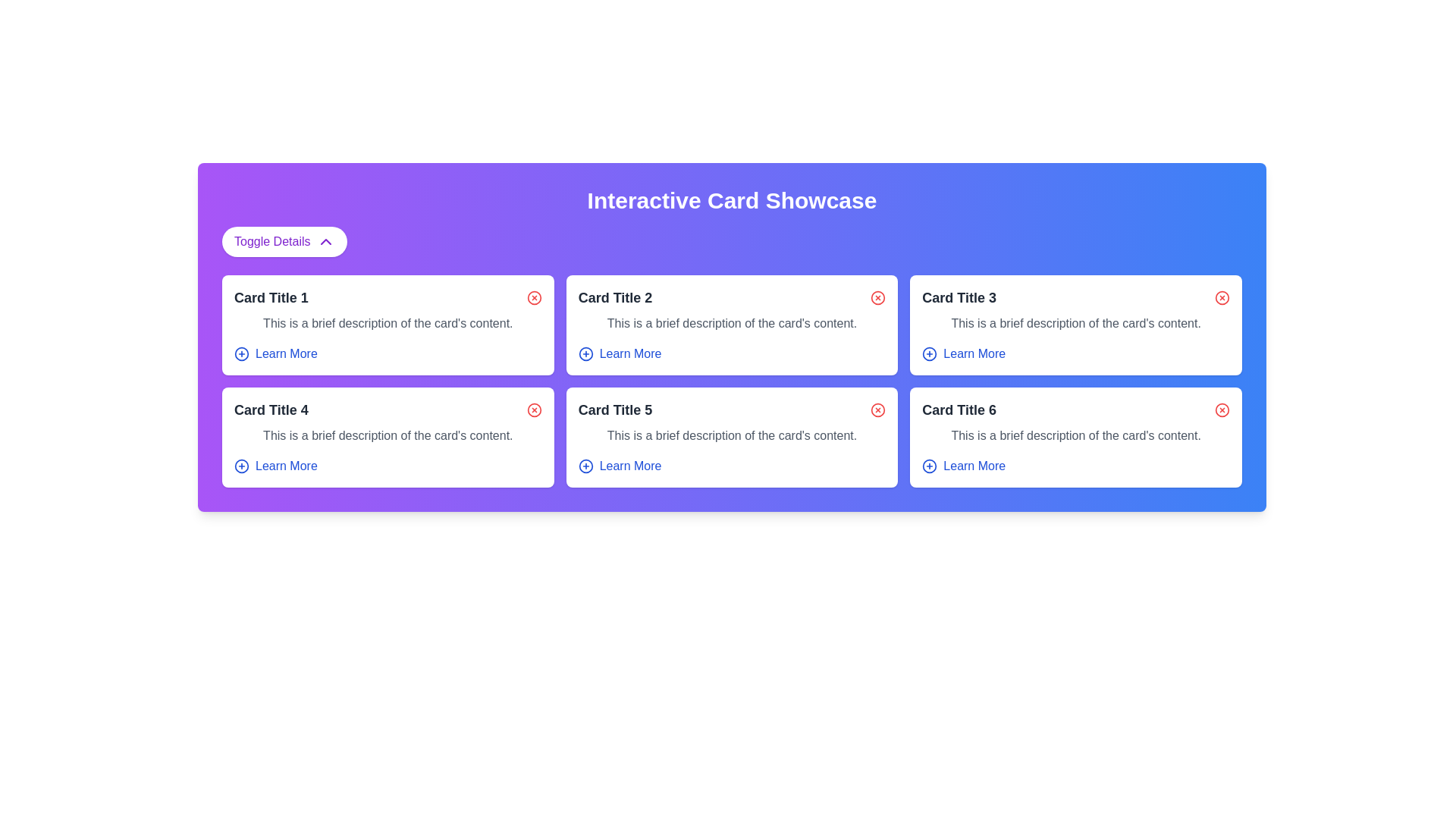  Describe the element at coordinates (1222, 298) in the screenshot. I see `the circular icon with a red stroke located in the top-right corner of the third card in the grid layout, adjacent to the card's title and description` at that location.